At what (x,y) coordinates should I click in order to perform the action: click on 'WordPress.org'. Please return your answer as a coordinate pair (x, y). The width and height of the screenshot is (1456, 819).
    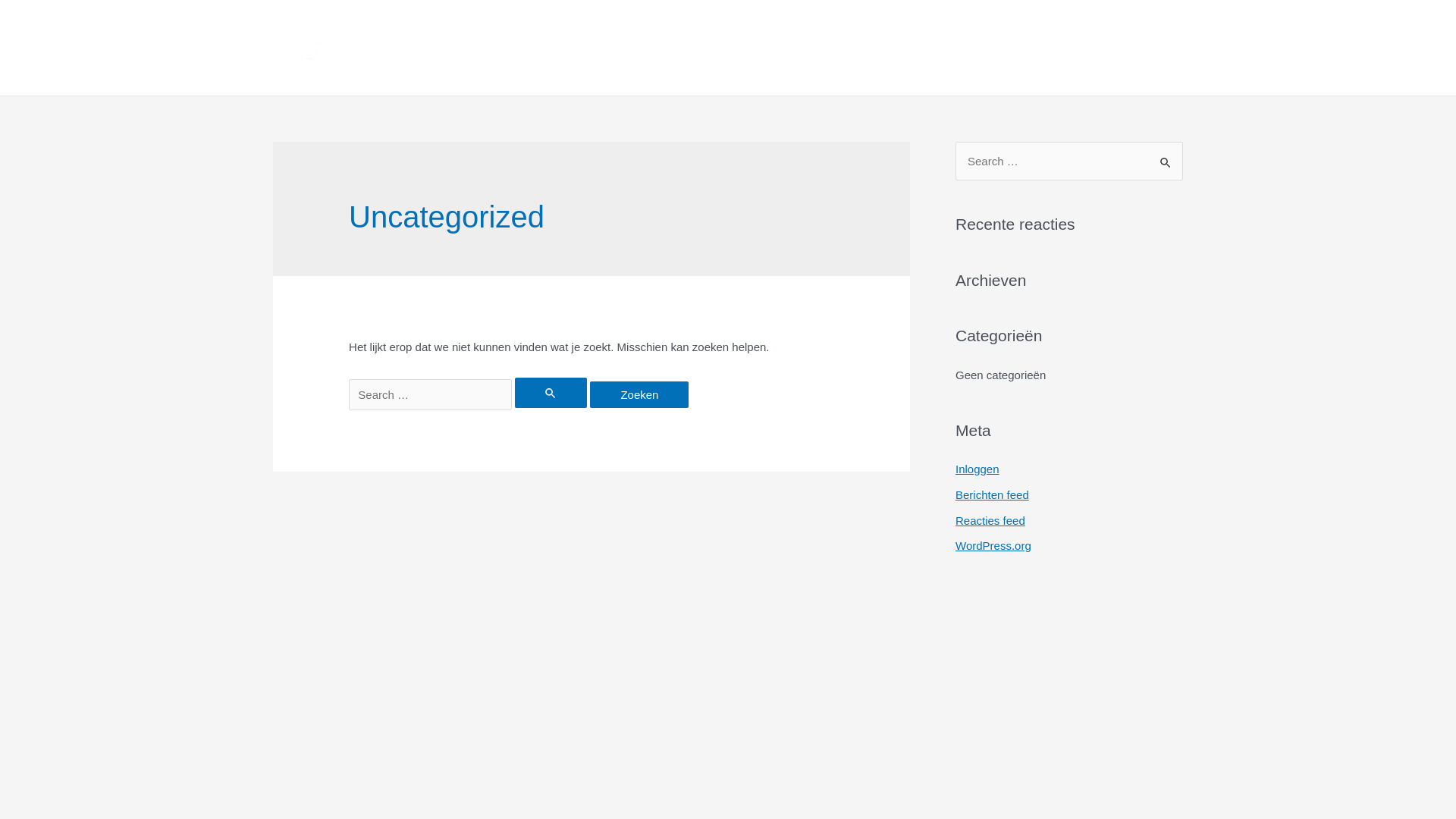
    Looking at the image, I should click on (993, 544).